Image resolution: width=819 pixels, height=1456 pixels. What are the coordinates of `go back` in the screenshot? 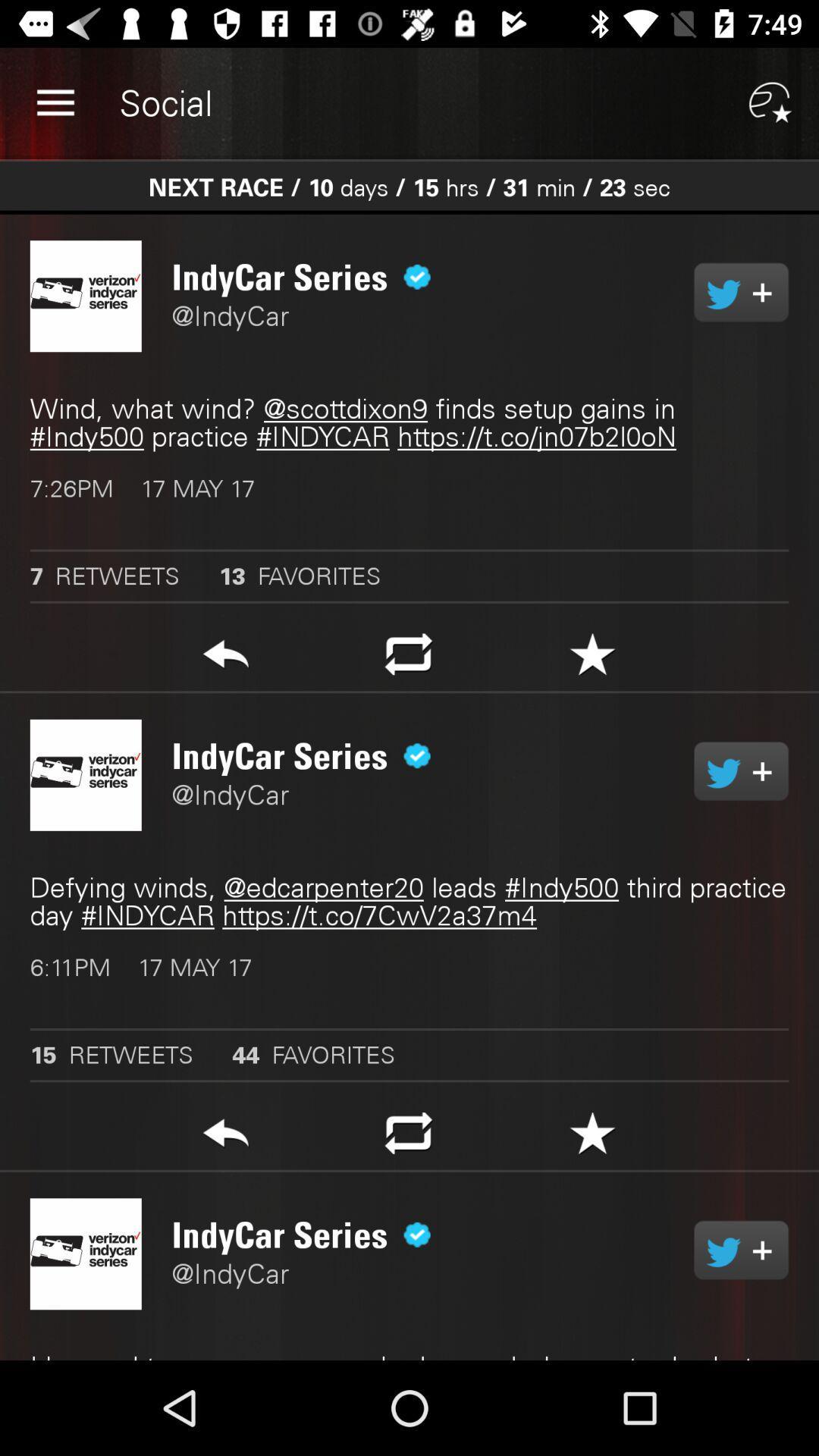 It's located at (225, 1137).